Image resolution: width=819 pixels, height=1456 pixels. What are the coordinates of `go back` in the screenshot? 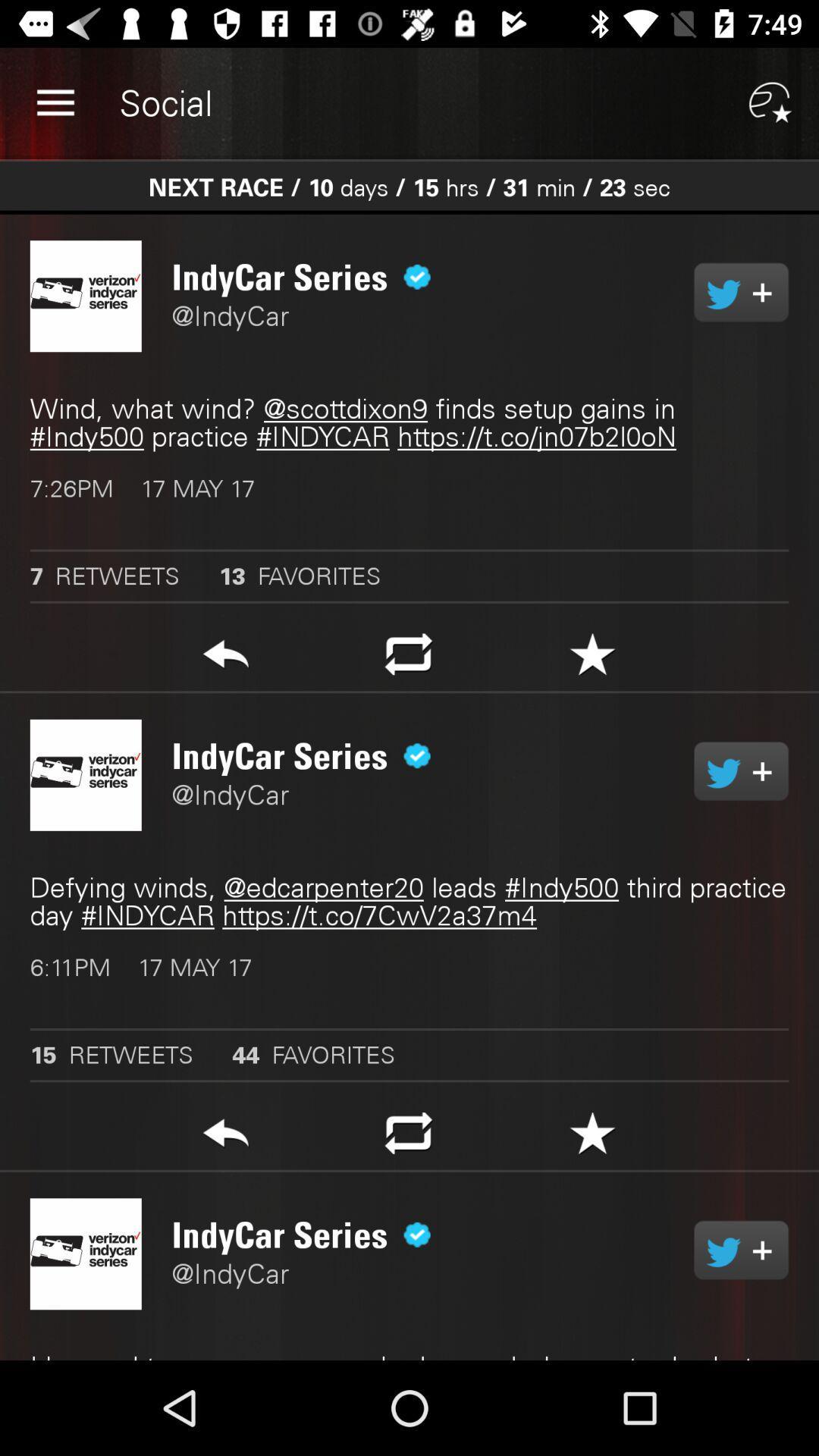 It's located at (225, 1137).